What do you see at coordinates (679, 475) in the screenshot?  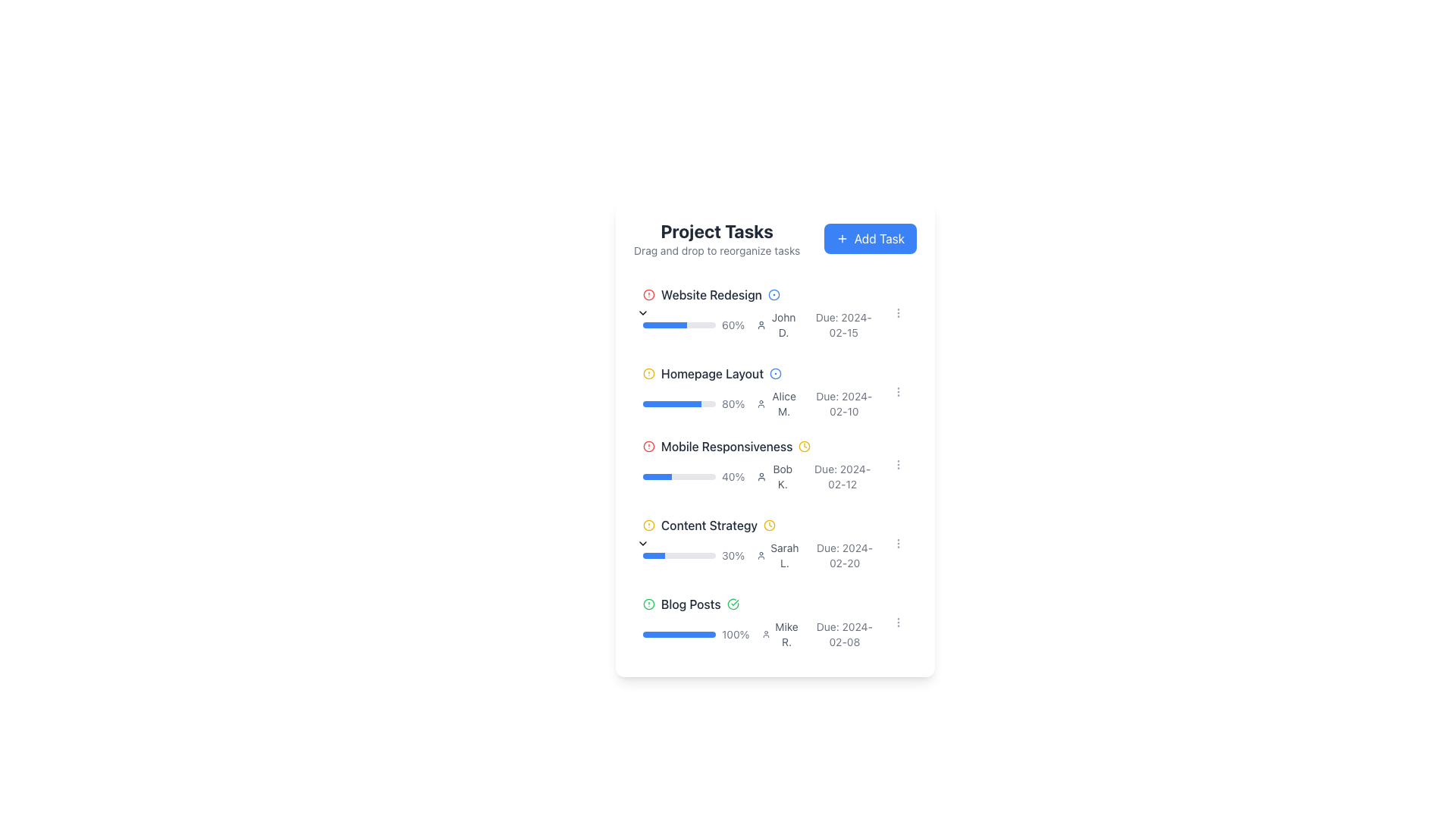 I see `the progress bar that visually indicates the completion percentage of the 'Mobile Responsiveness' task, located above the '40%' text` at bounding box center [679, 475].